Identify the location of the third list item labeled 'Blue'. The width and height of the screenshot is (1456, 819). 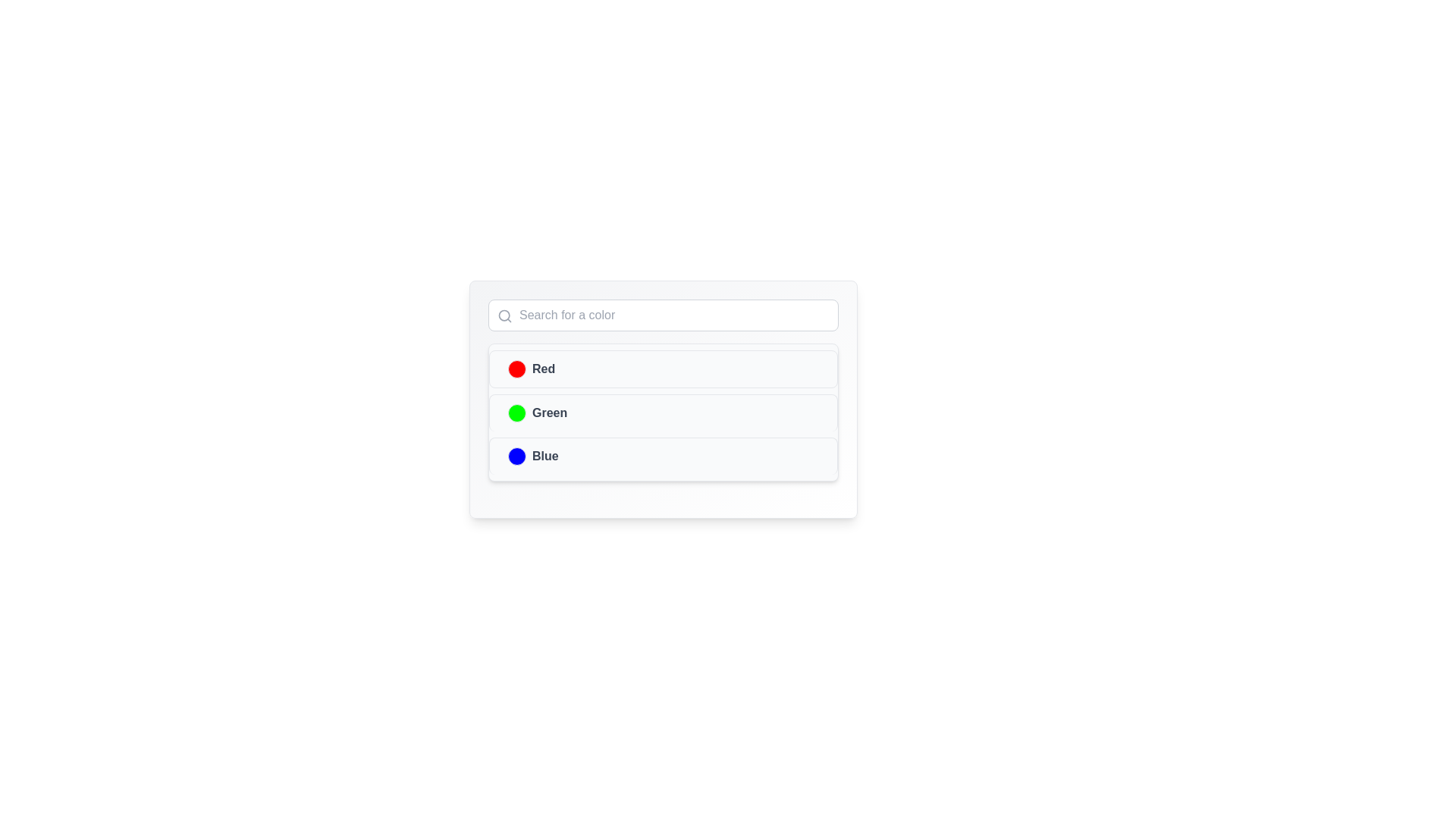
(663, 455).